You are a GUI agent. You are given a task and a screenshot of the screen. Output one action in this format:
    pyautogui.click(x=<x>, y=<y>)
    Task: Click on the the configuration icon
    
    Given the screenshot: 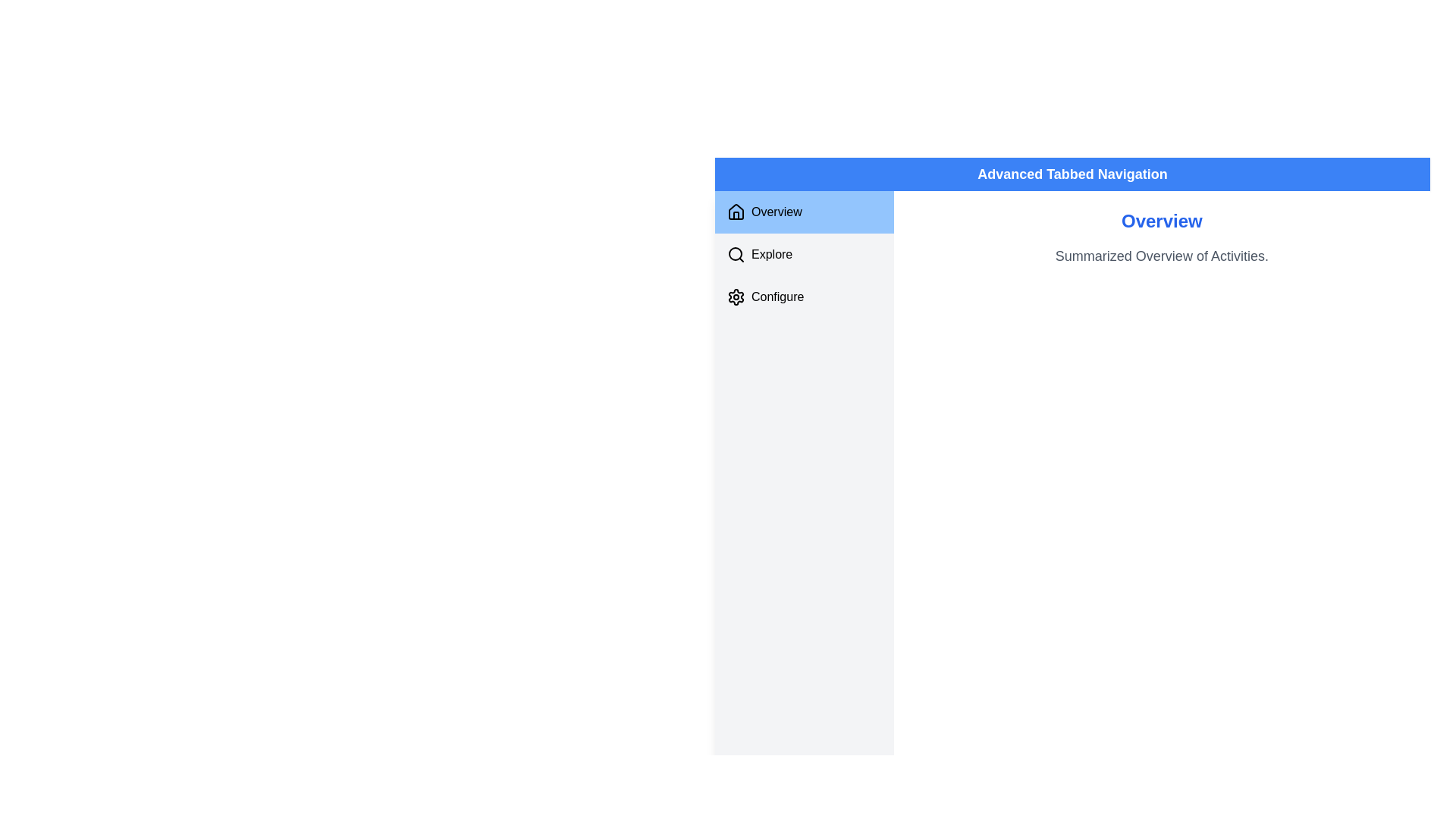 What is the action you would take?
    pyautogui.click(x=736, y=297)
    